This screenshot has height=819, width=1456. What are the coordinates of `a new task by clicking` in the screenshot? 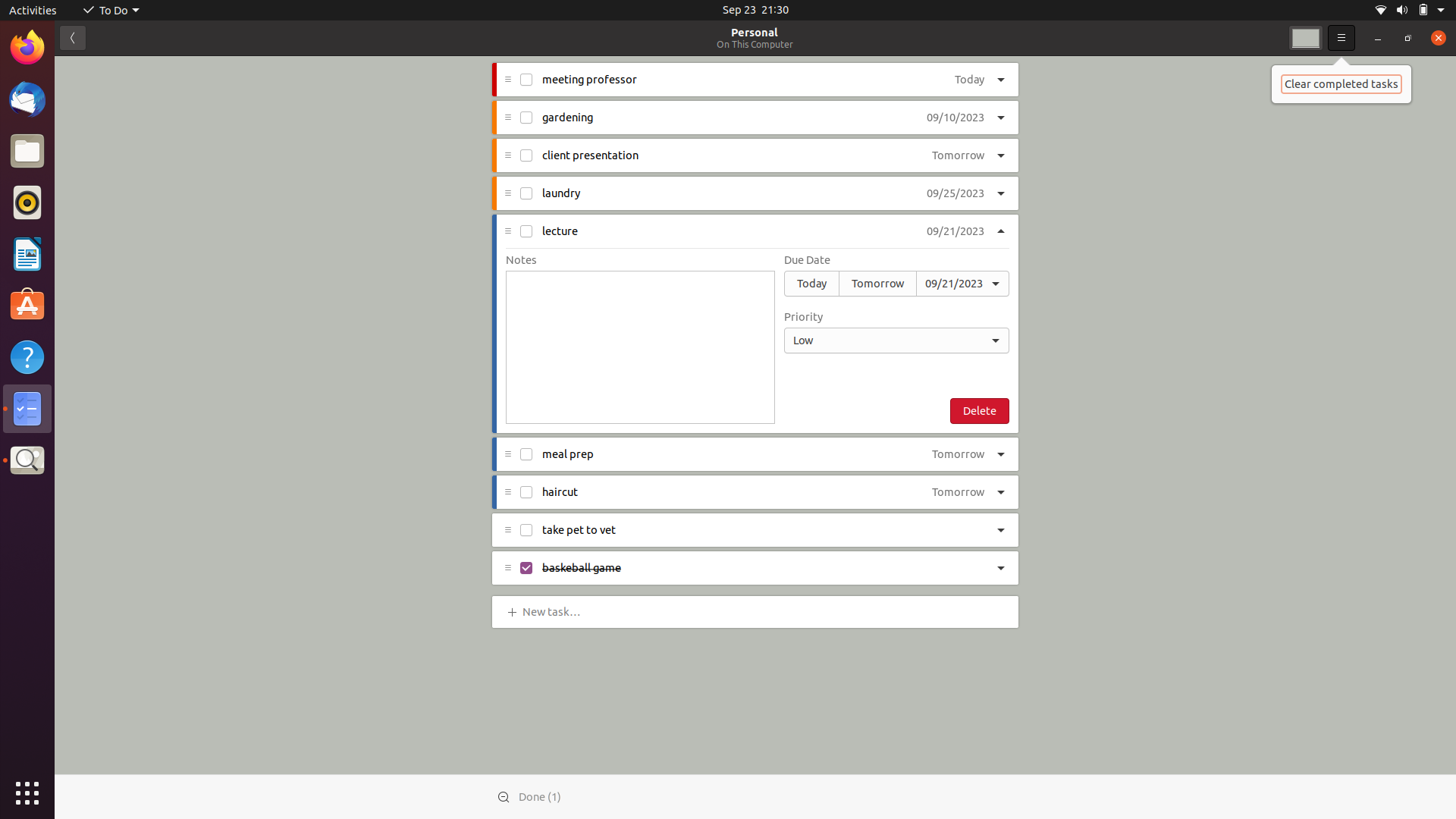 It's located at (554, 610).